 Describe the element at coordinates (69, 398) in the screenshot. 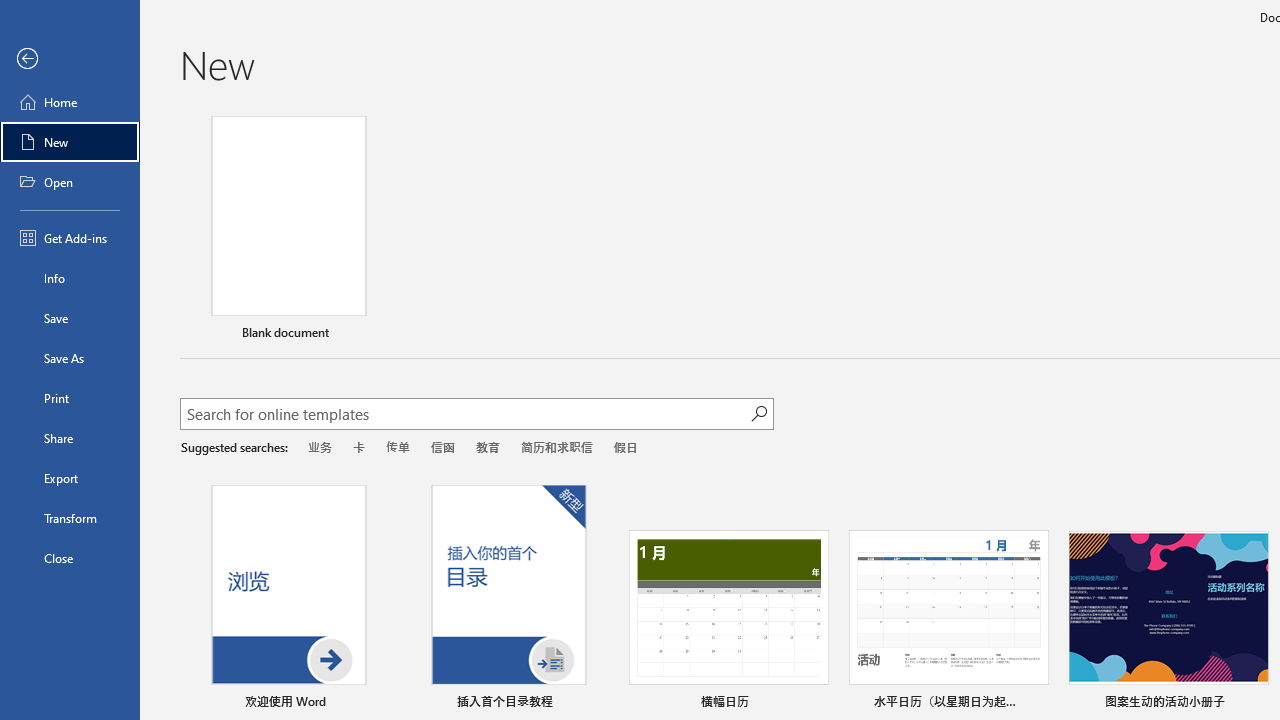

I see `'Print'` at that location.